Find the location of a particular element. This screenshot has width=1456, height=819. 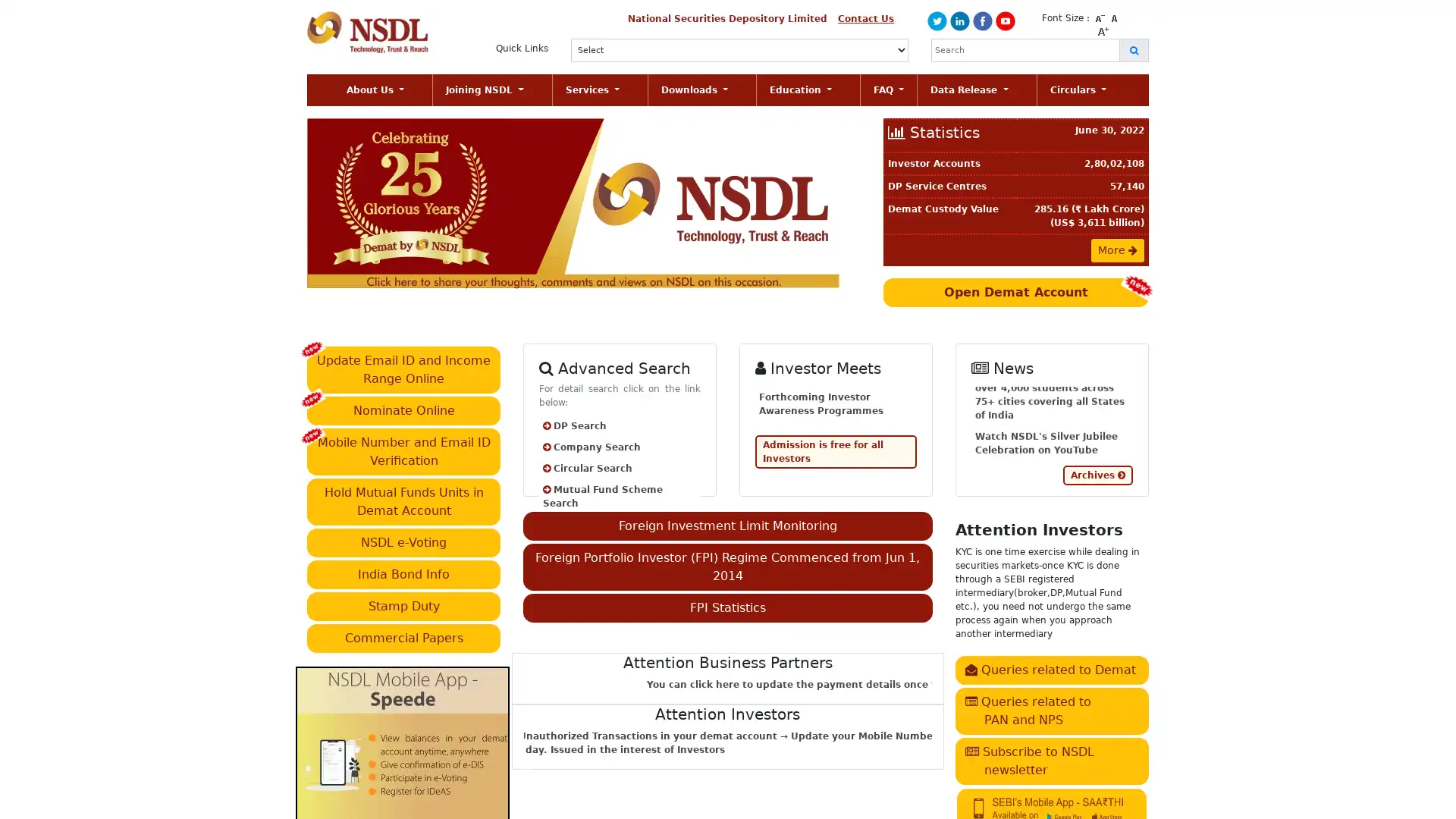

Stamp Duty is located at coordinates (403, 604).